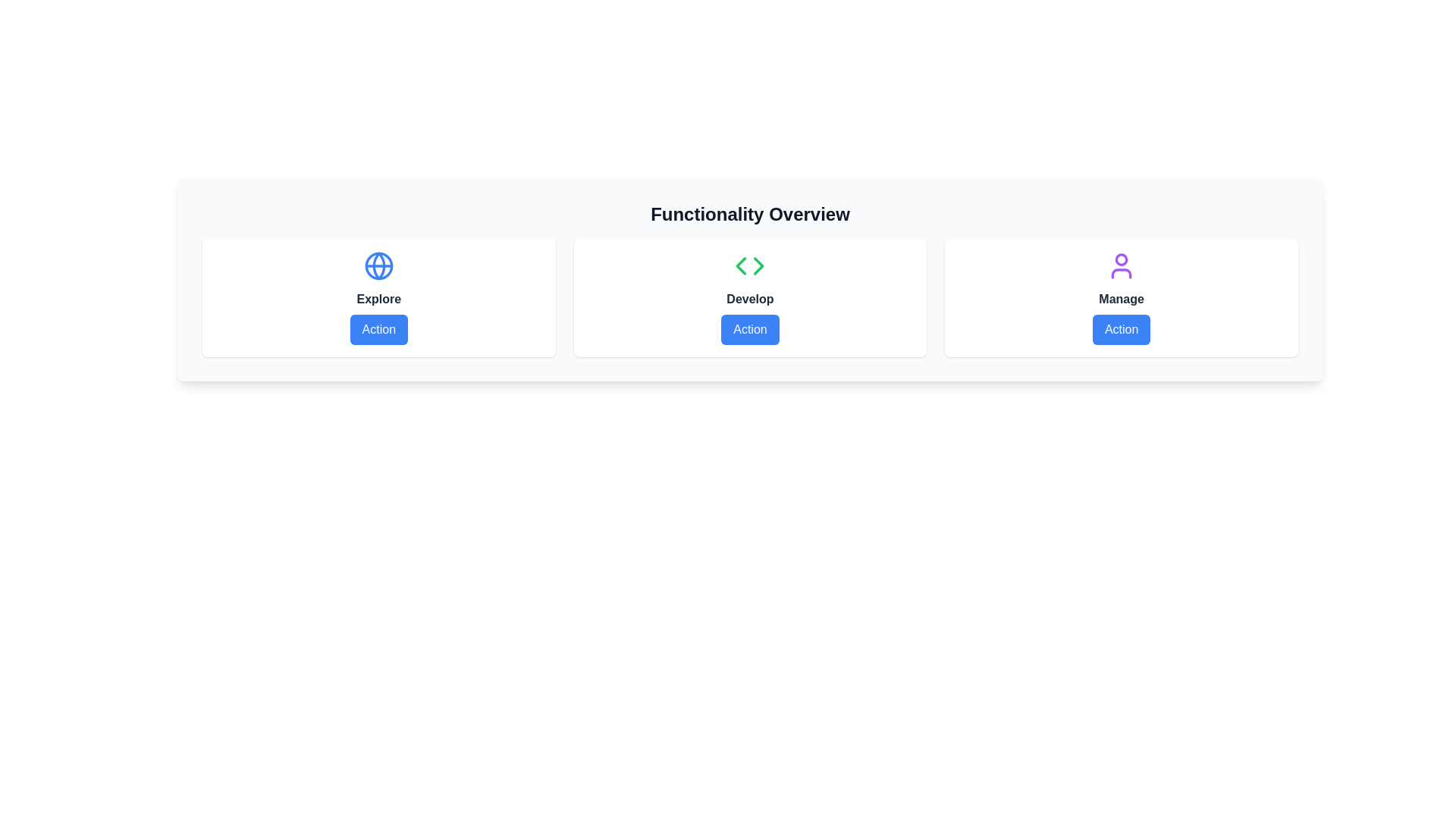  I want to click on the user profile icon located within the 'Manage' icon, which is the rightmost icon in the three-icon layout under 'Functionality Overview', so click(1122, 259).